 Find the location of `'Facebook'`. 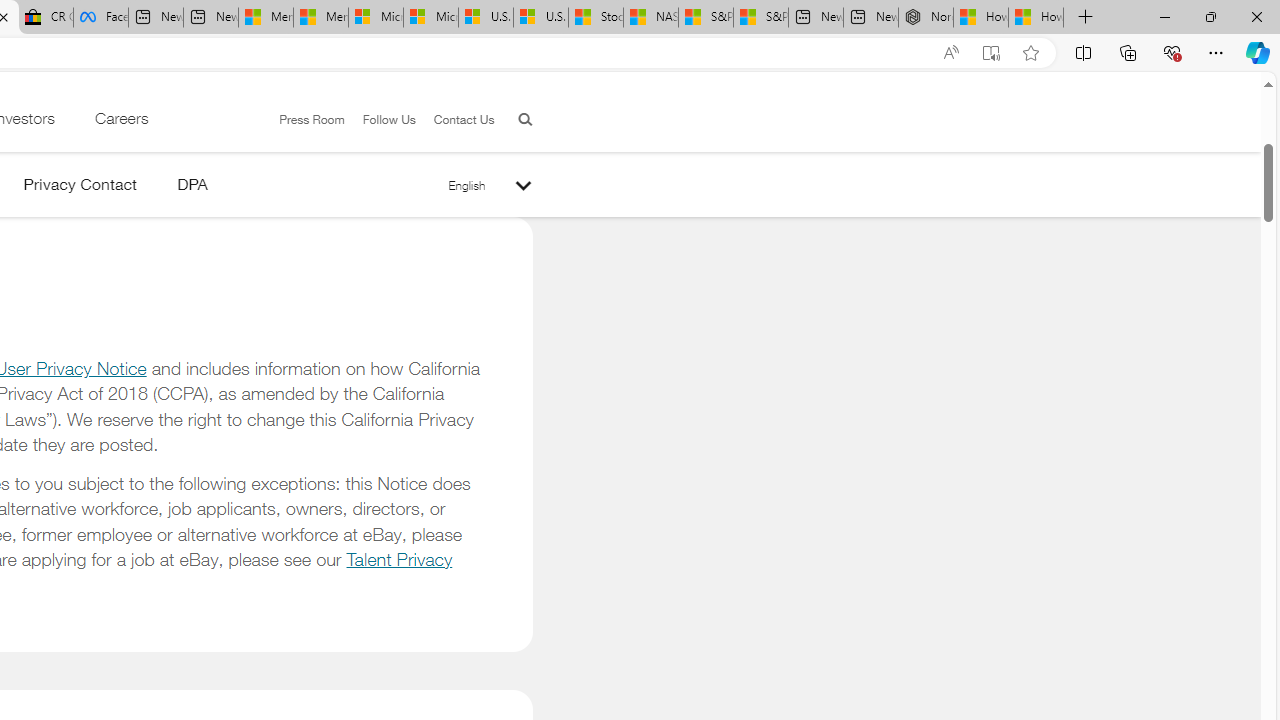

'Facebook' is located at coordinates (100, 17).